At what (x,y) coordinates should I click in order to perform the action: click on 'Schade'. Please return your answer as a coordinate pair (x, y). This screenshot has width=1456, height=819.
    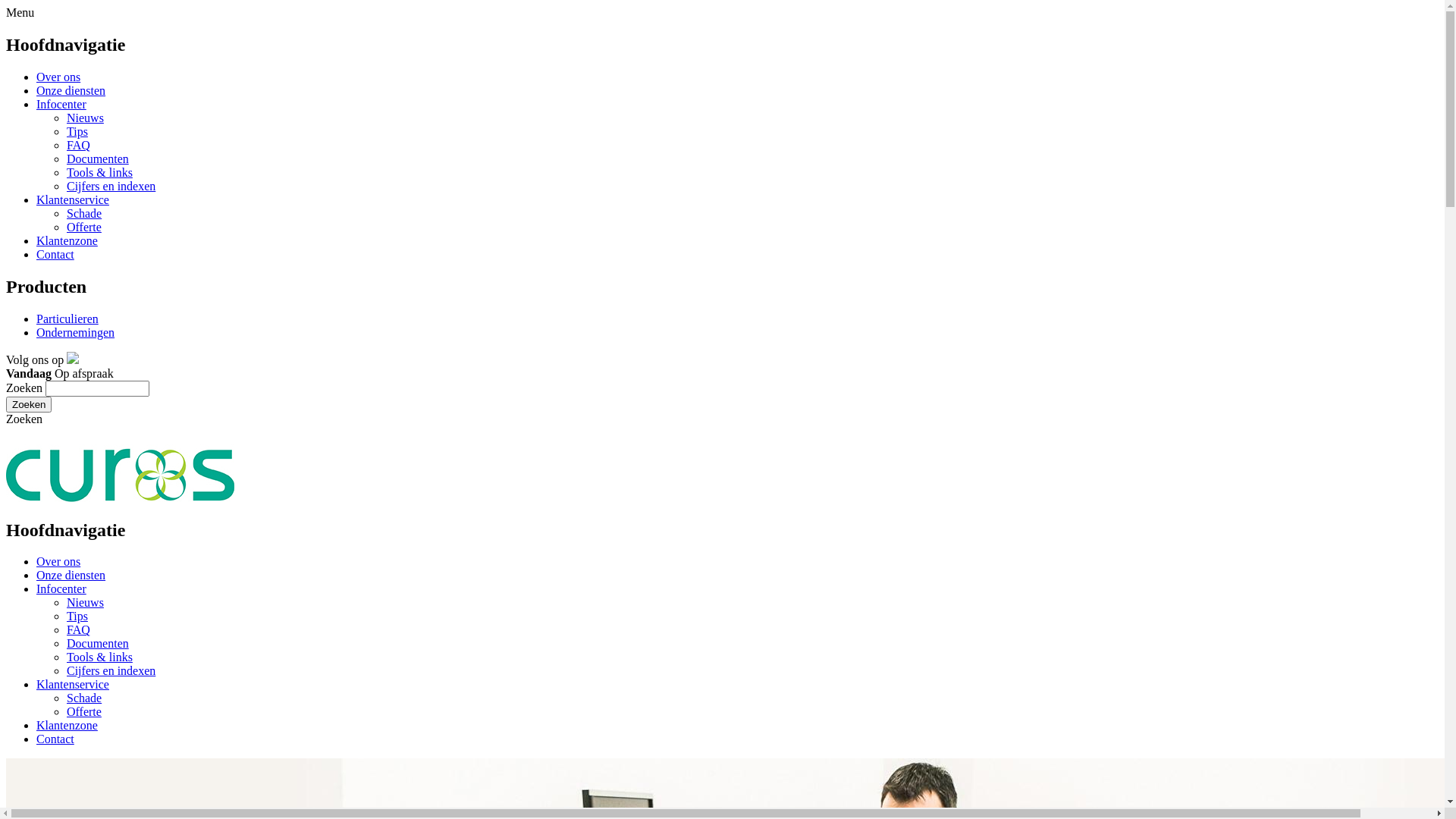
    Looking at the image, I should click on (83, 213).